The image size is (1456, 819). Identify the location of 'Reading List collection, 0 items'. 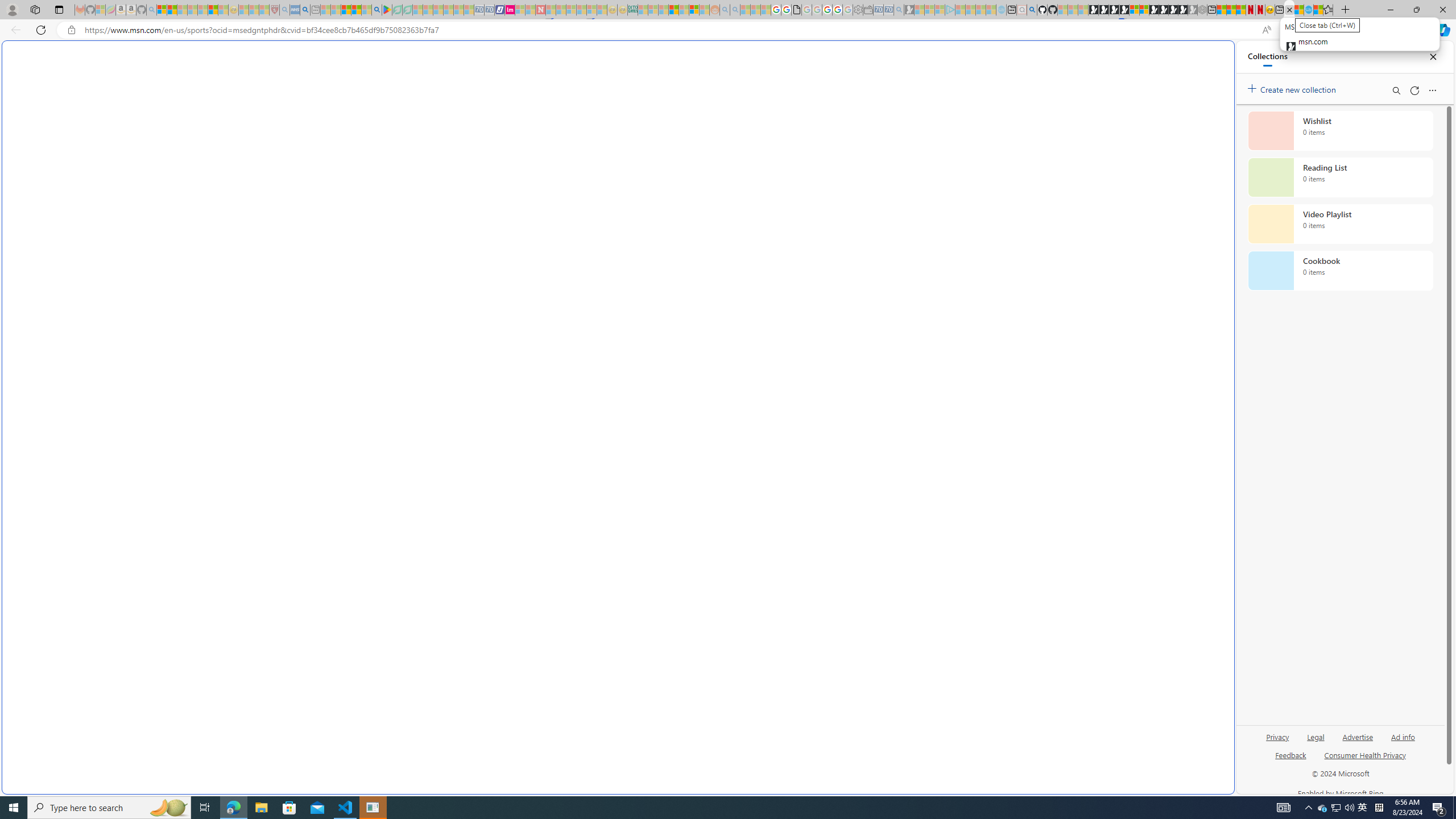
(1340, 176).